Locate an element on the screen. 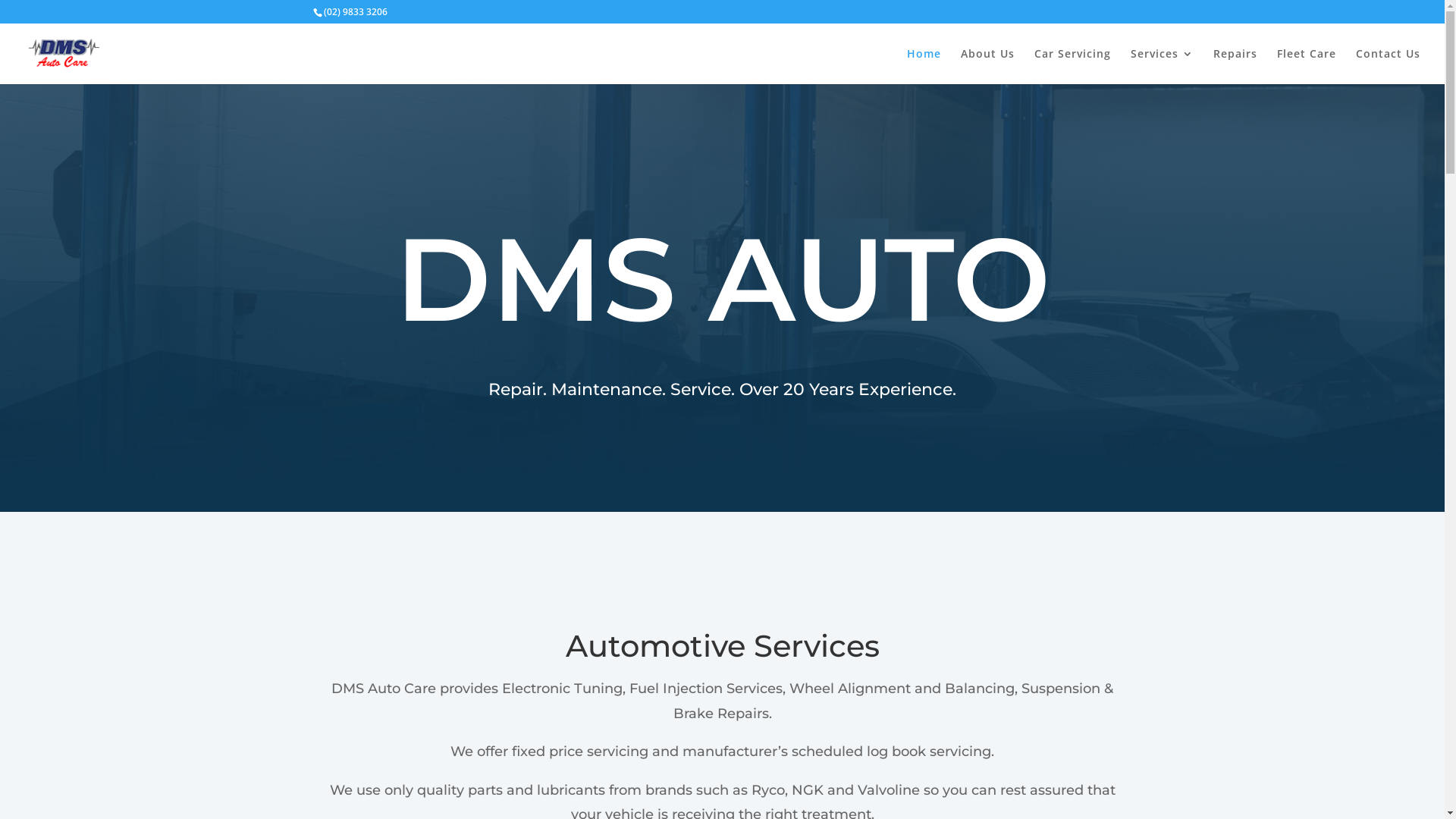  'Services' is located at coordinates (1161, 65).